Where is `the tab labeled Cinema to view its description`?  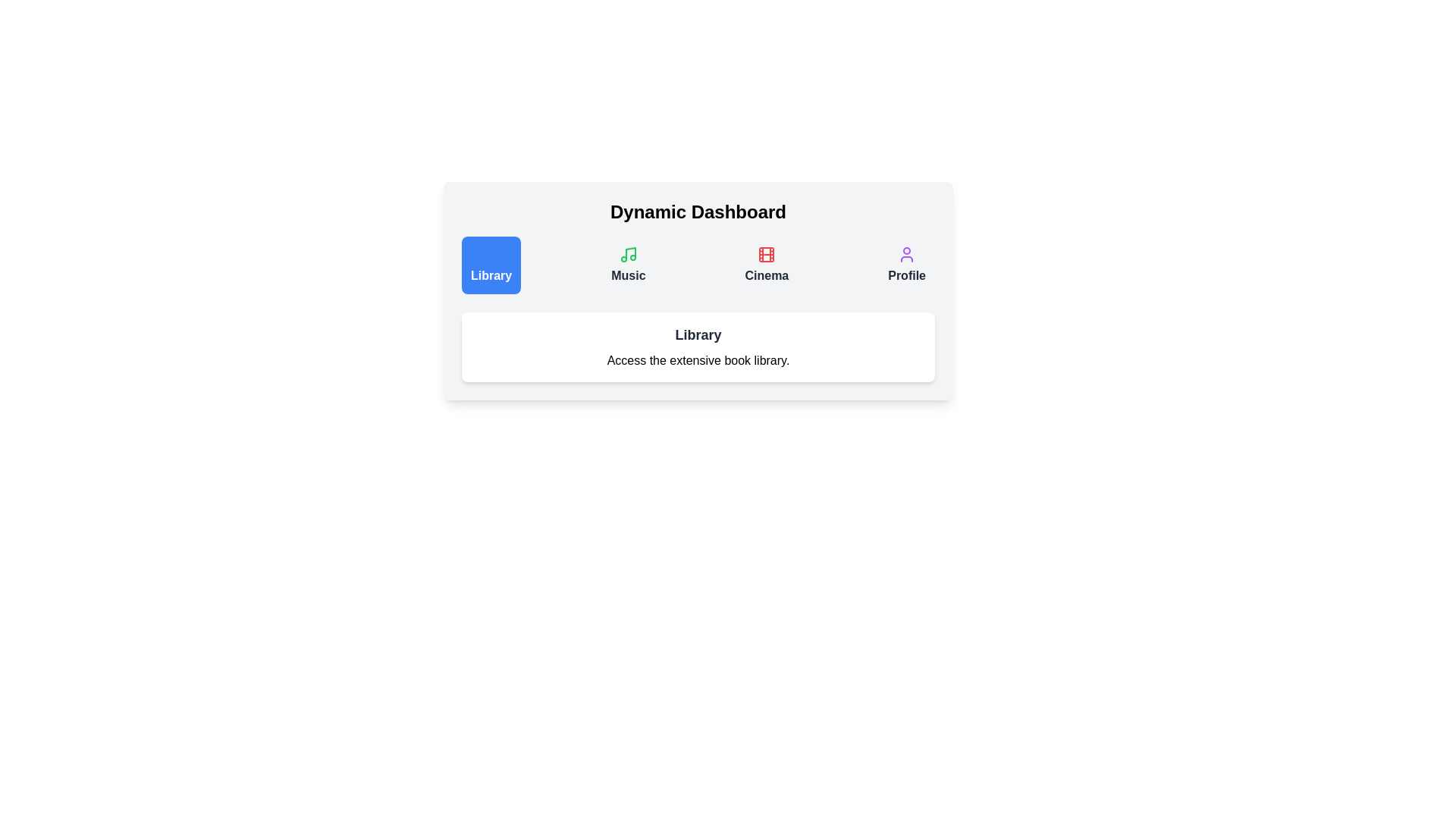
the tab labeled Cinema to view its description is located at coordinates (767, 265).